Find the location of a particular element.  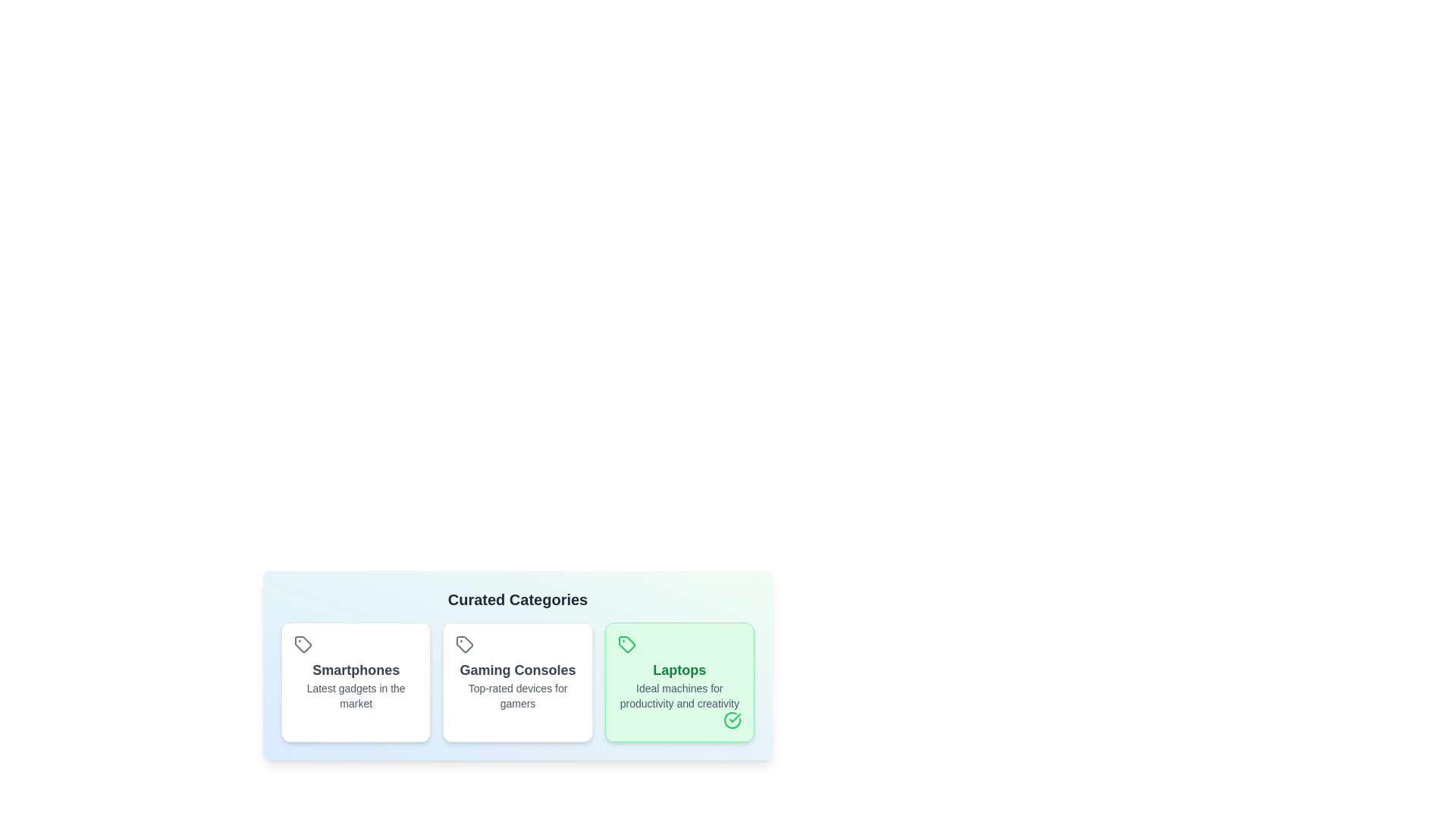

the chip labeled Smartphones is located at coordinates (355, 681).